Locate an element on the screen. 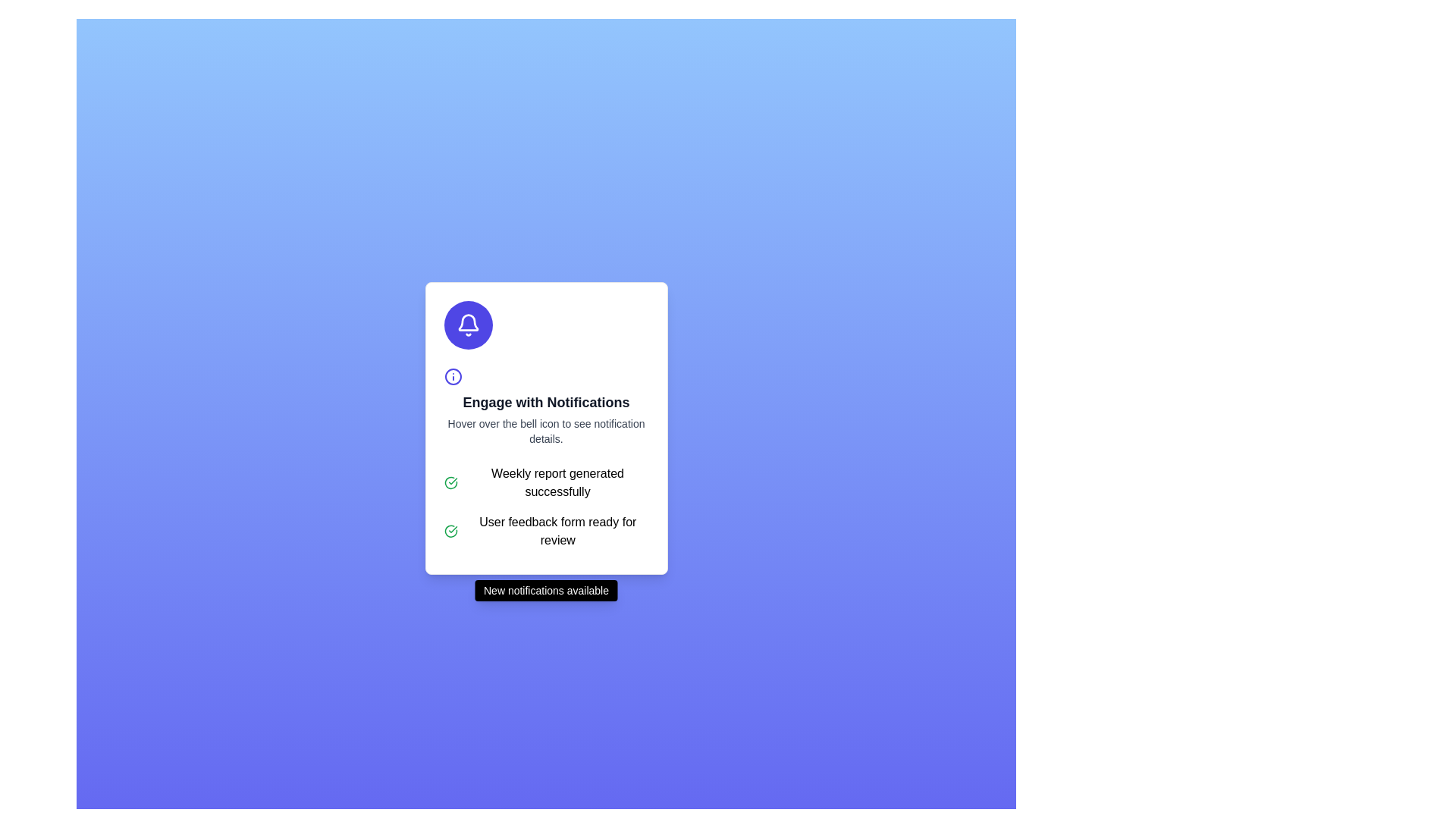 The image size is (1456, 819). message 'User feedback form ready for review' displayed in black text with a green checkmark icon to its left, which is the second notification in a list of two items is located at coordinates (546, 531).